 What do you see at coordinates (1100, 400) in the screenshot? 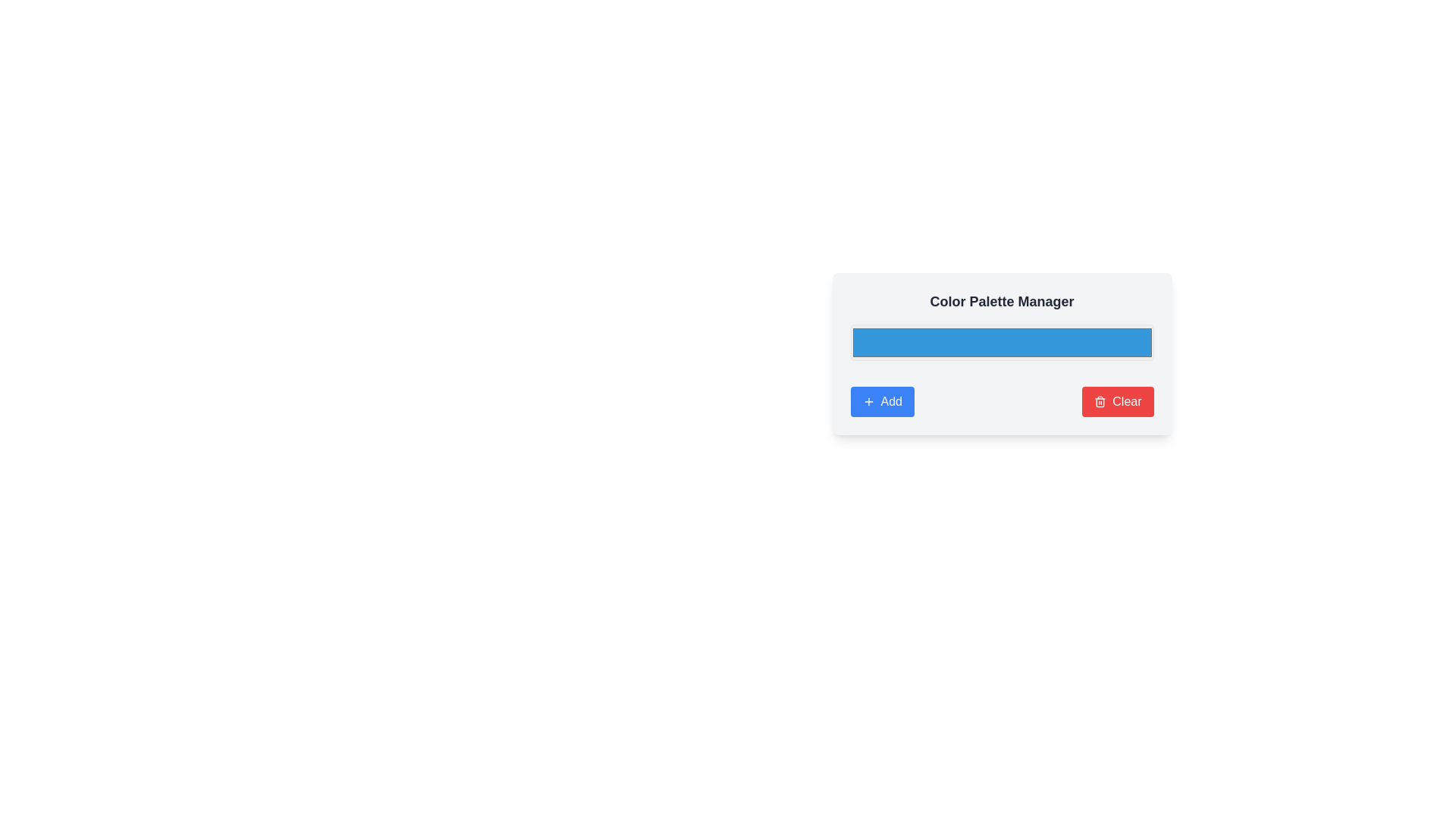
I see `the trash can icon within the red 'Clear' button located at the bottom-right corner of the 'Color Palette Manager' modal` at bounding box center [1100, 400].